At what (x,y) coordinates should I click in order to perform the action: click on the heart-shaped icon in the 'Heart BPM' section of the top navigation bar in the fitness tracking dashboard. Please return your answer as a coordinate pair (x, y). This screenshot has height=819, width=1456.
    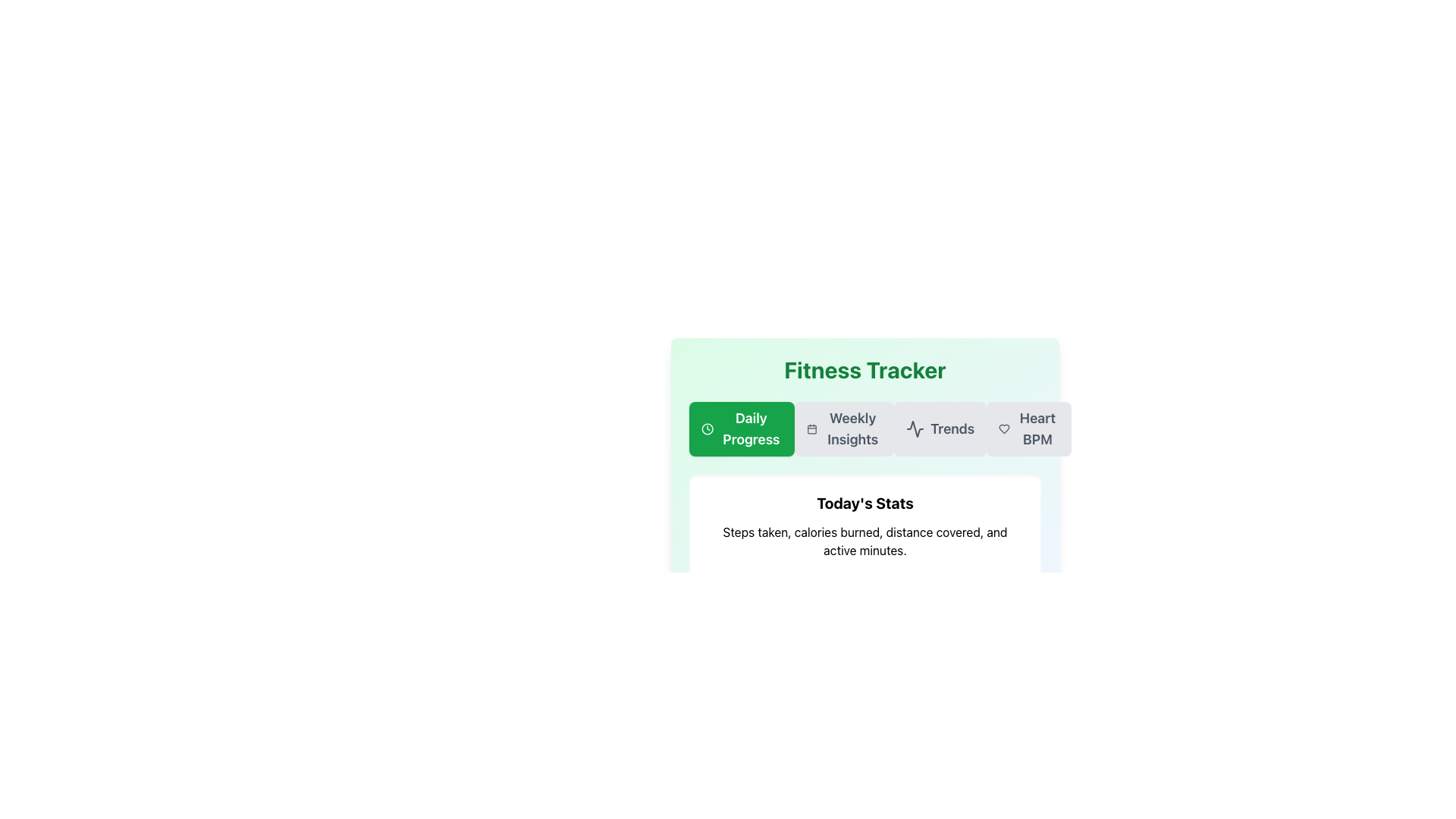
    Looking at the image, I should click on (1004, 429).